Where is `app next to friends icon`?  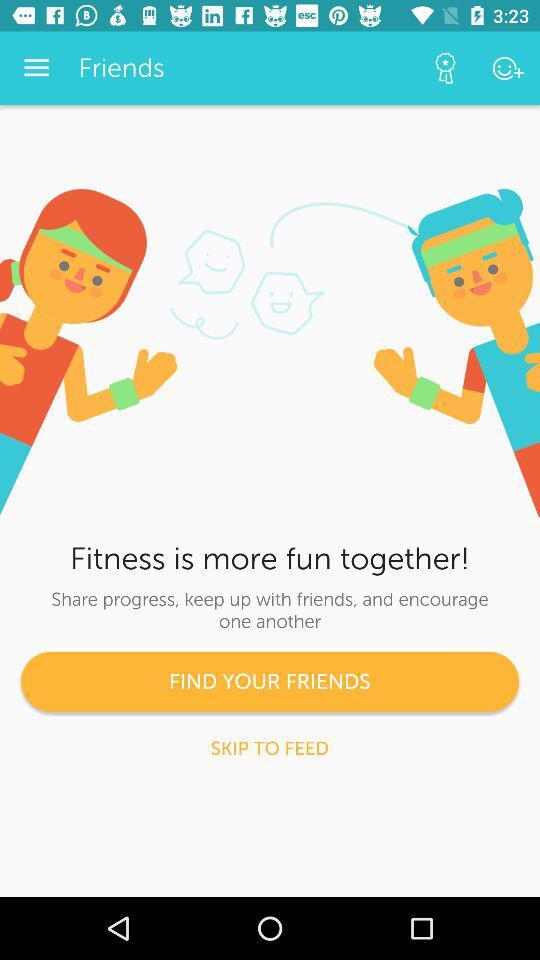 app next to friends icon is located at coordinates (36, 68).